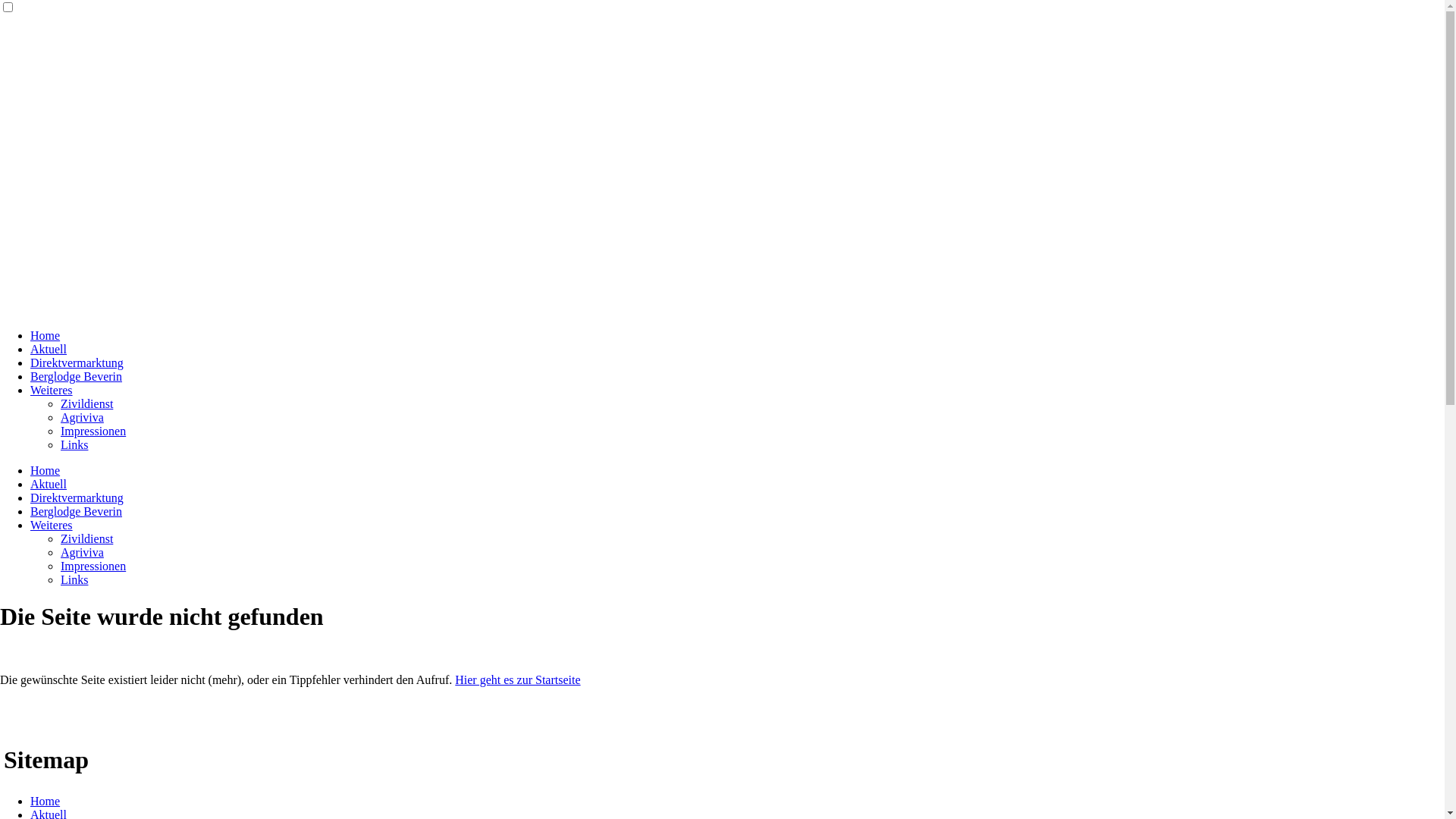 Image resolution: width=1456 pixels, height=819 pixels. I want to click on 'Zivildienst', so click(86, 538).